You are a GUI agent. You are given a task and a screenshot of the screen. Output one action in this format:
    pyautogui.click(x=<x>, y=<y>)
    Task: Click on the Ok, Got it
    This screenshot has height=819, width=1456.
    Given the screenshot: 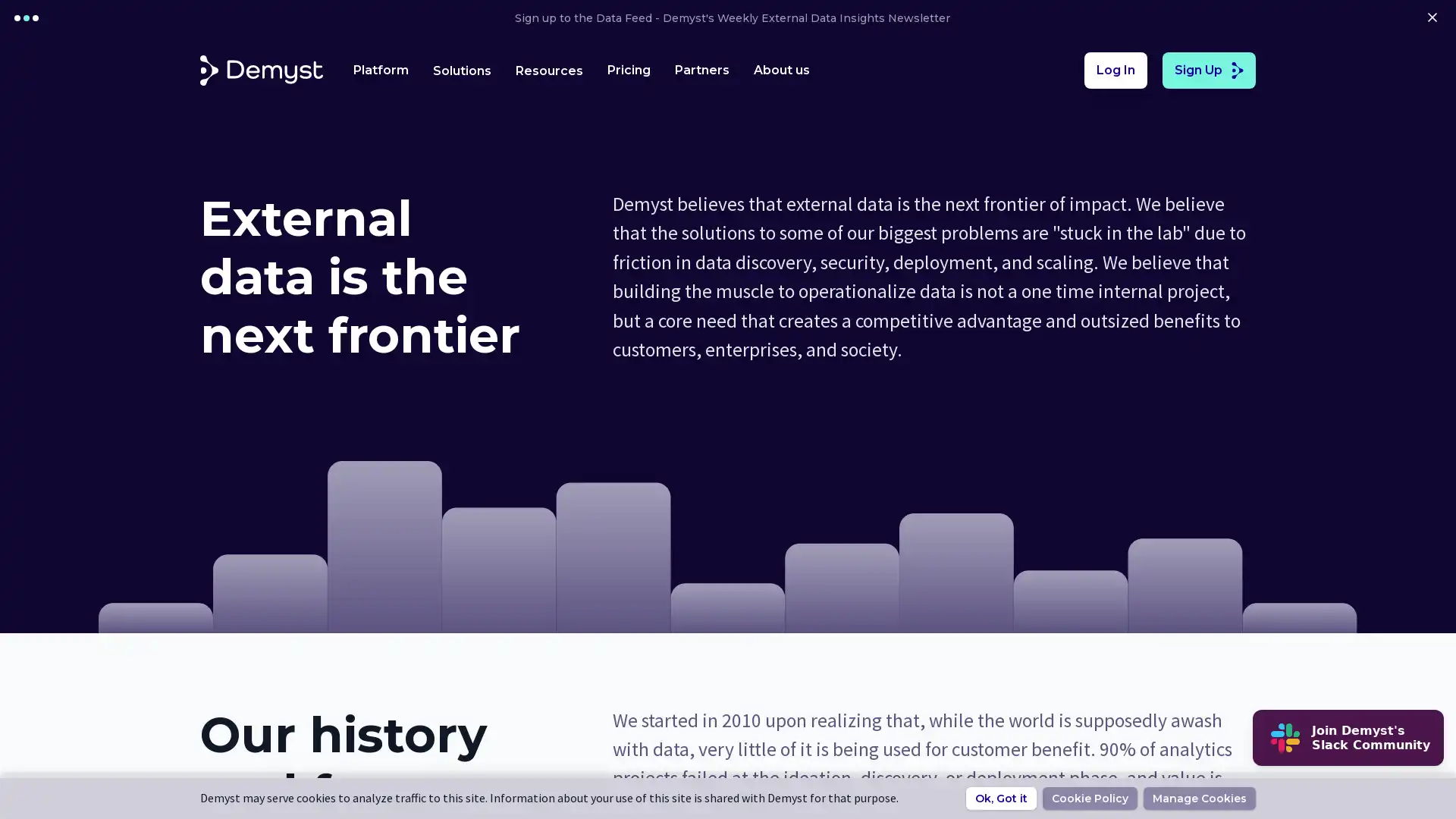 What is the action you would take?
    pyautogui.click(x=1001, y=798)
    